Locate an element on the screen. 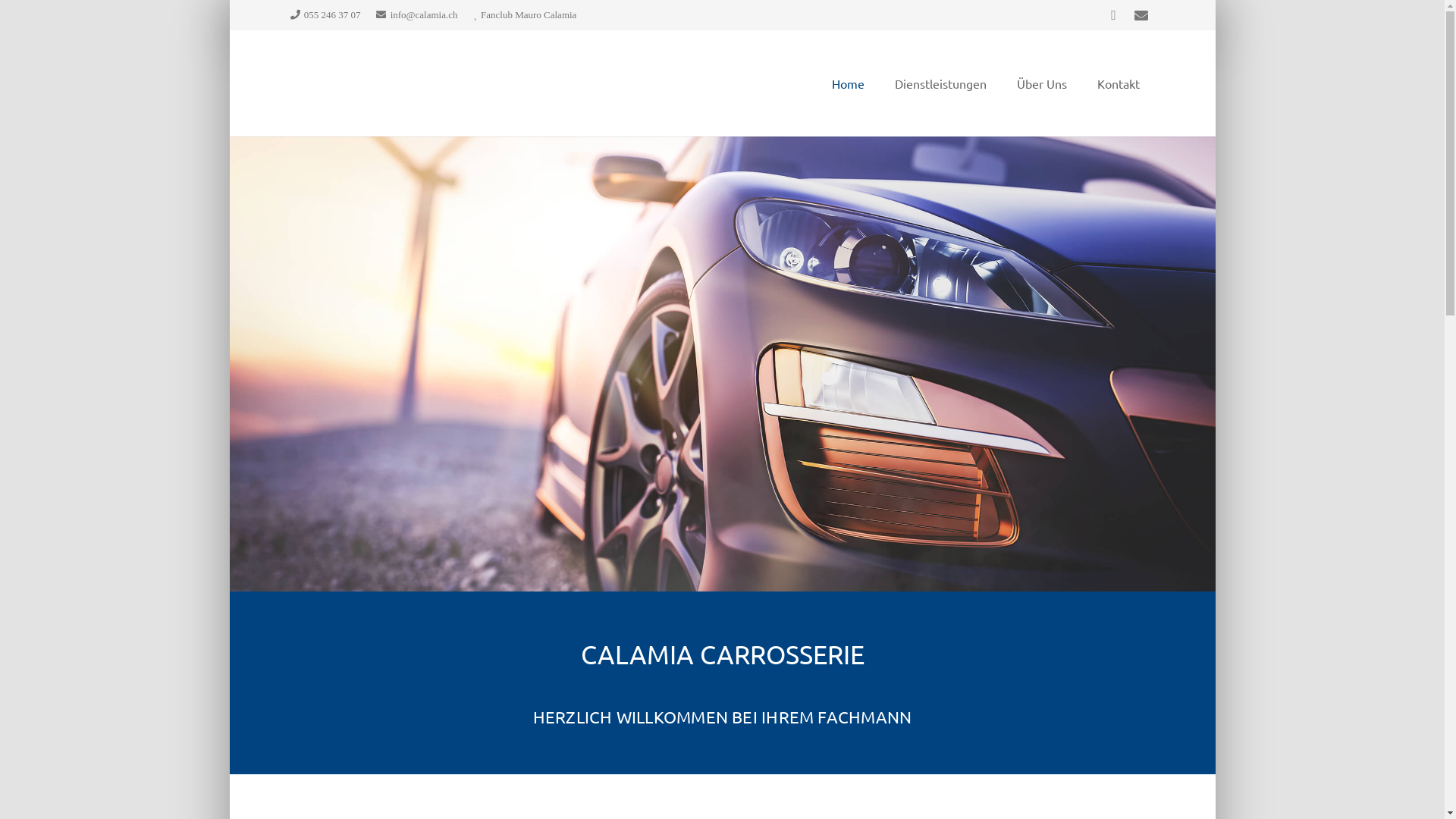 The width and height of the screenshot is (1456, 819). 'Facebook' is located at coordinates (1113, 14).